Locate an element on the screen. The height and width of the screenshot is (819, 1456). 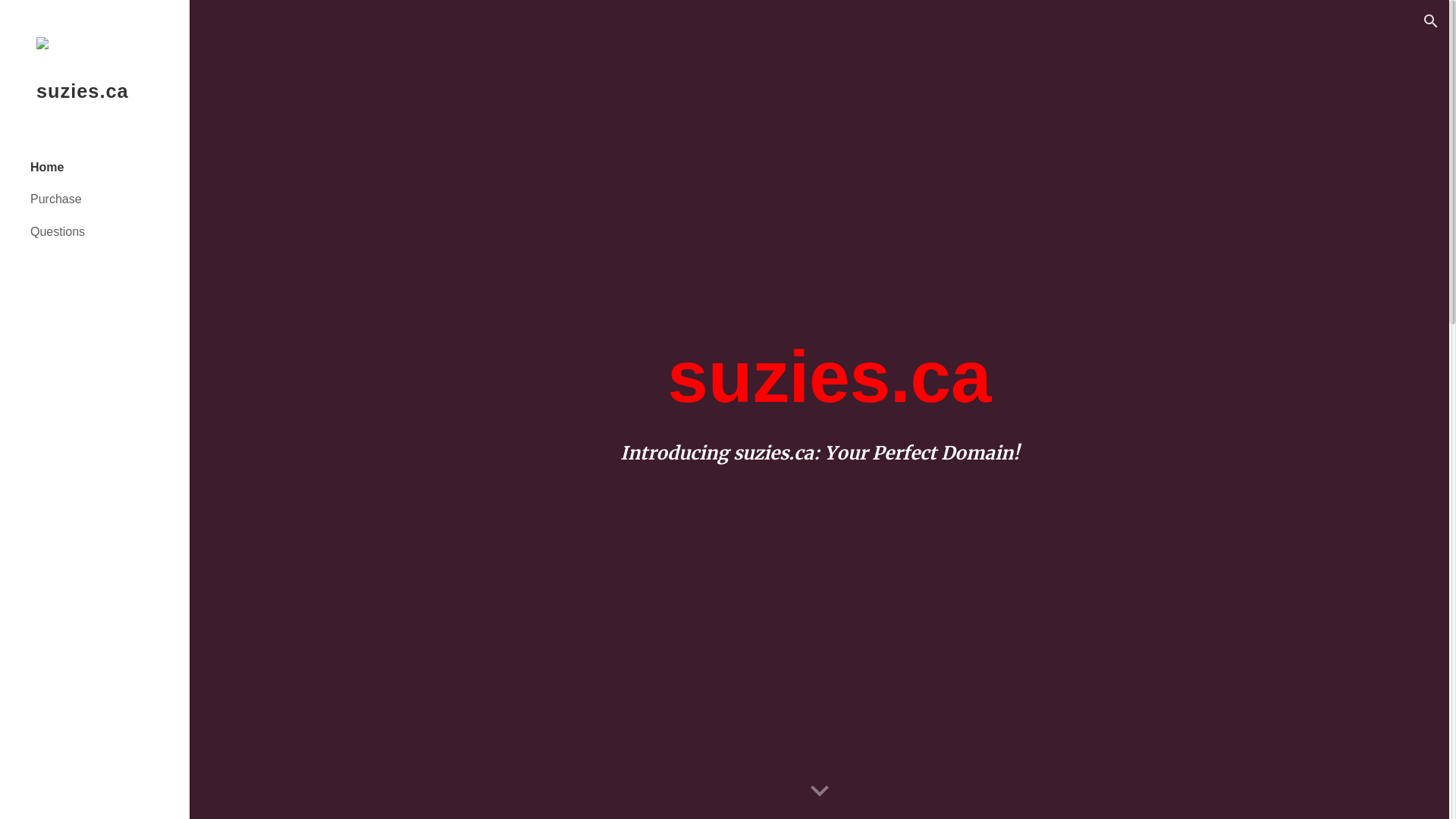
'Questions' is located at coordinates (103, 231).